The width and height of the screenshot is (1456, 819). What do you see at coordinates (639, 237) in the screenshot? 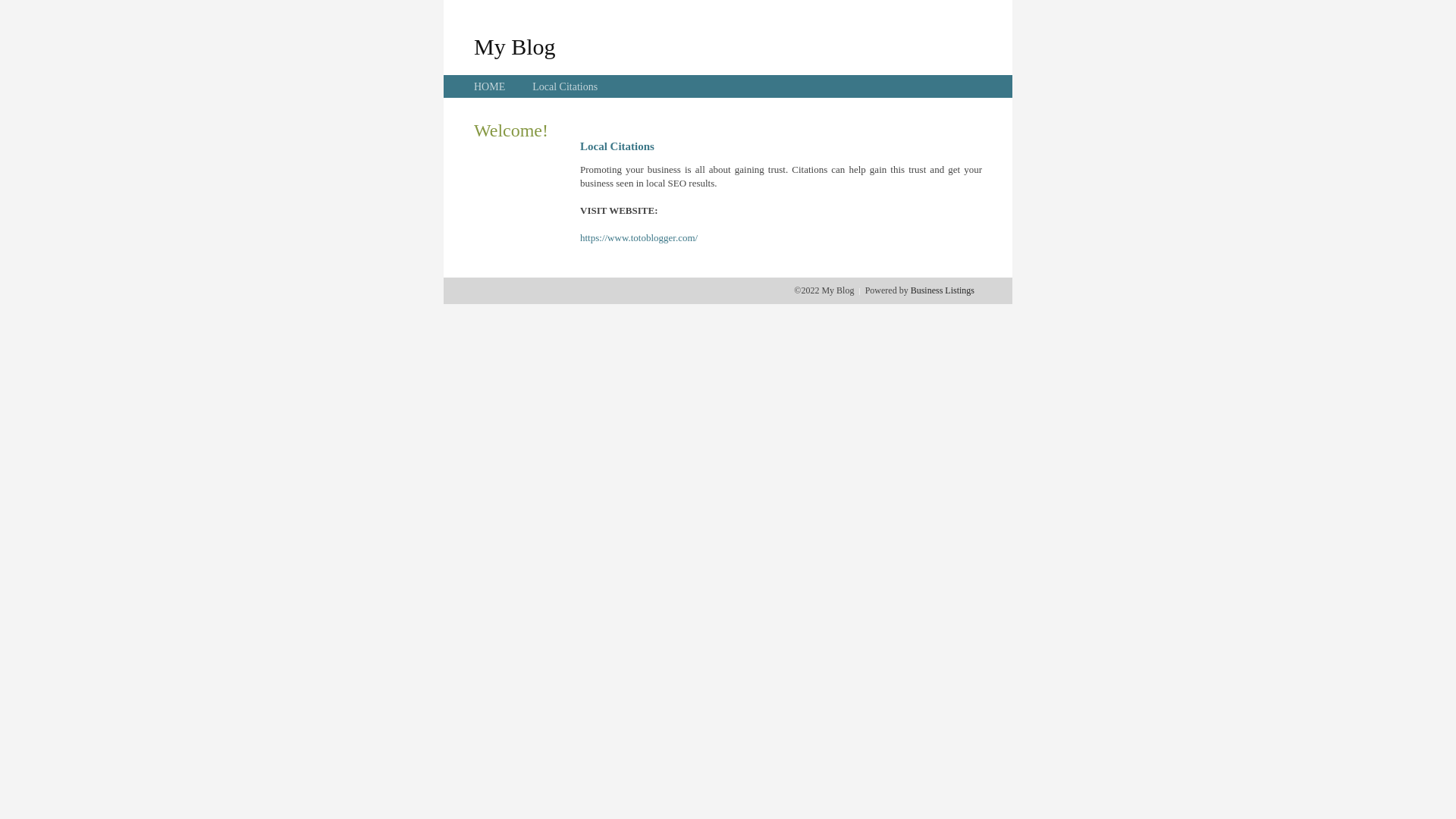
I see `'https://www.totoblogger.com/'` at bounding box center [639, 237].